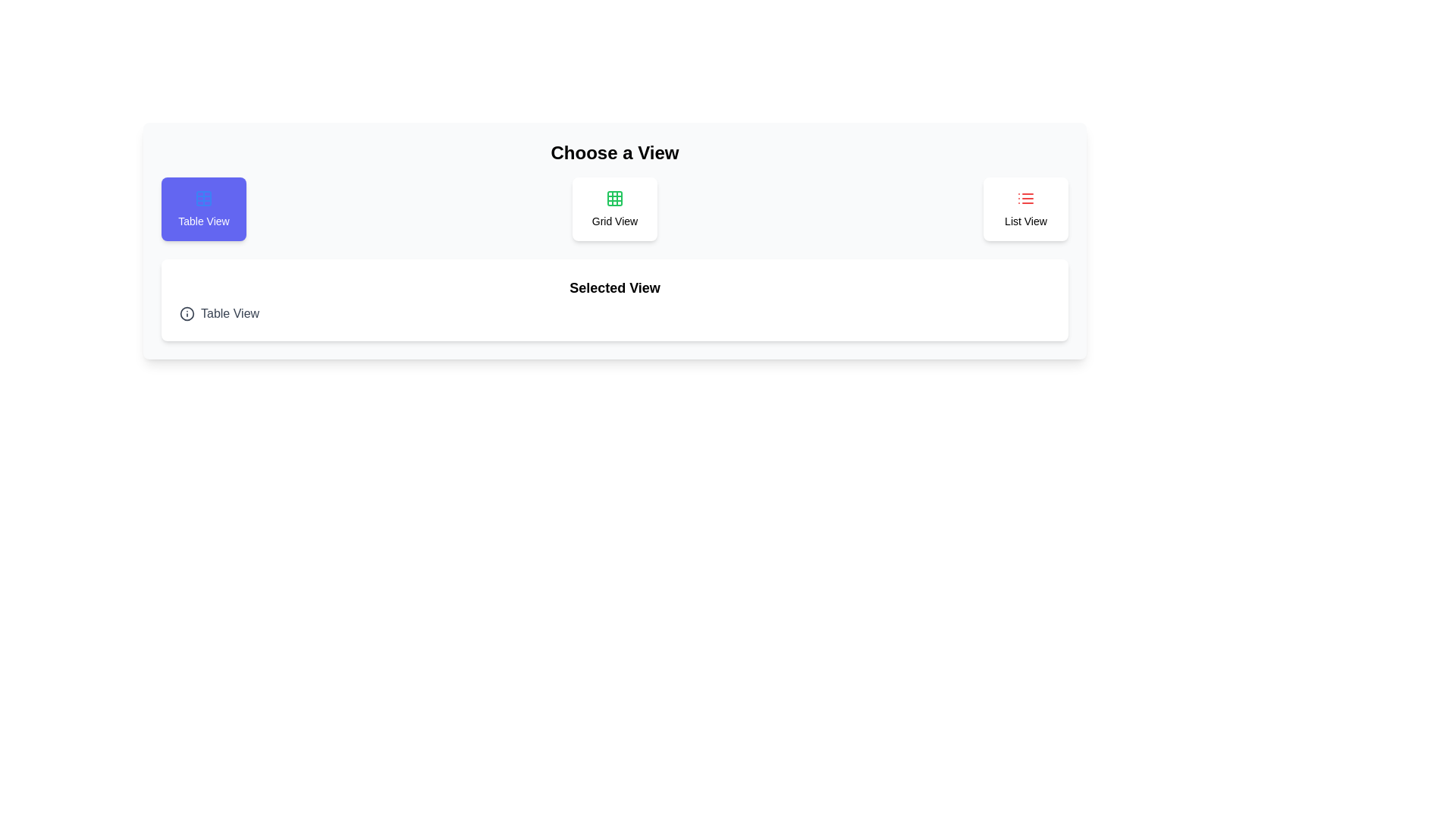 This screenshot has width=1456, height=819. Describe the element at coordinates (1026, 209) in the screenshot. I see `the 'List View' selectable card` at that location.